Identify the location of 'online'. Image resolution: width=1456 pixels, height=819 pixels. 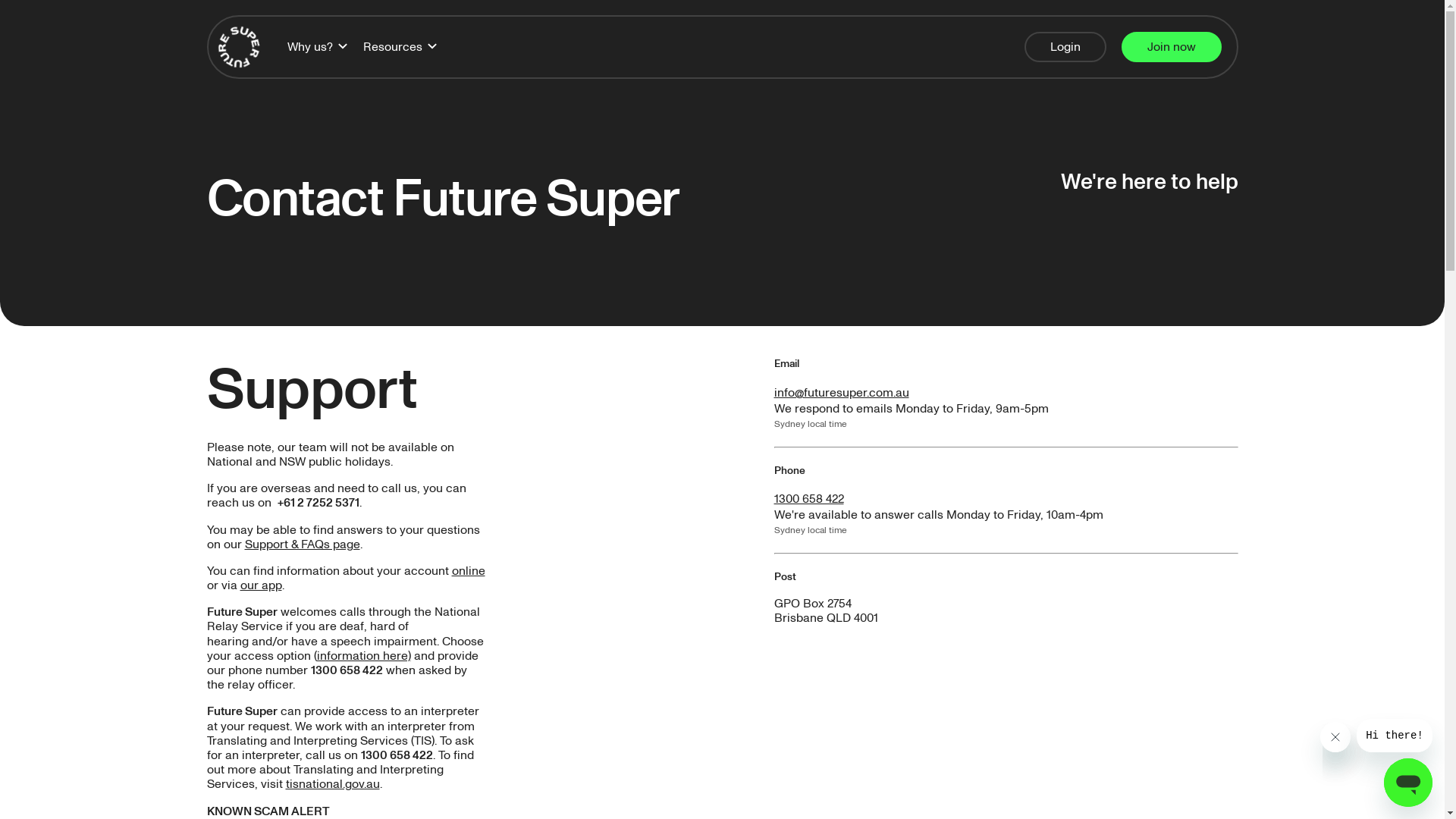
(468, 570).